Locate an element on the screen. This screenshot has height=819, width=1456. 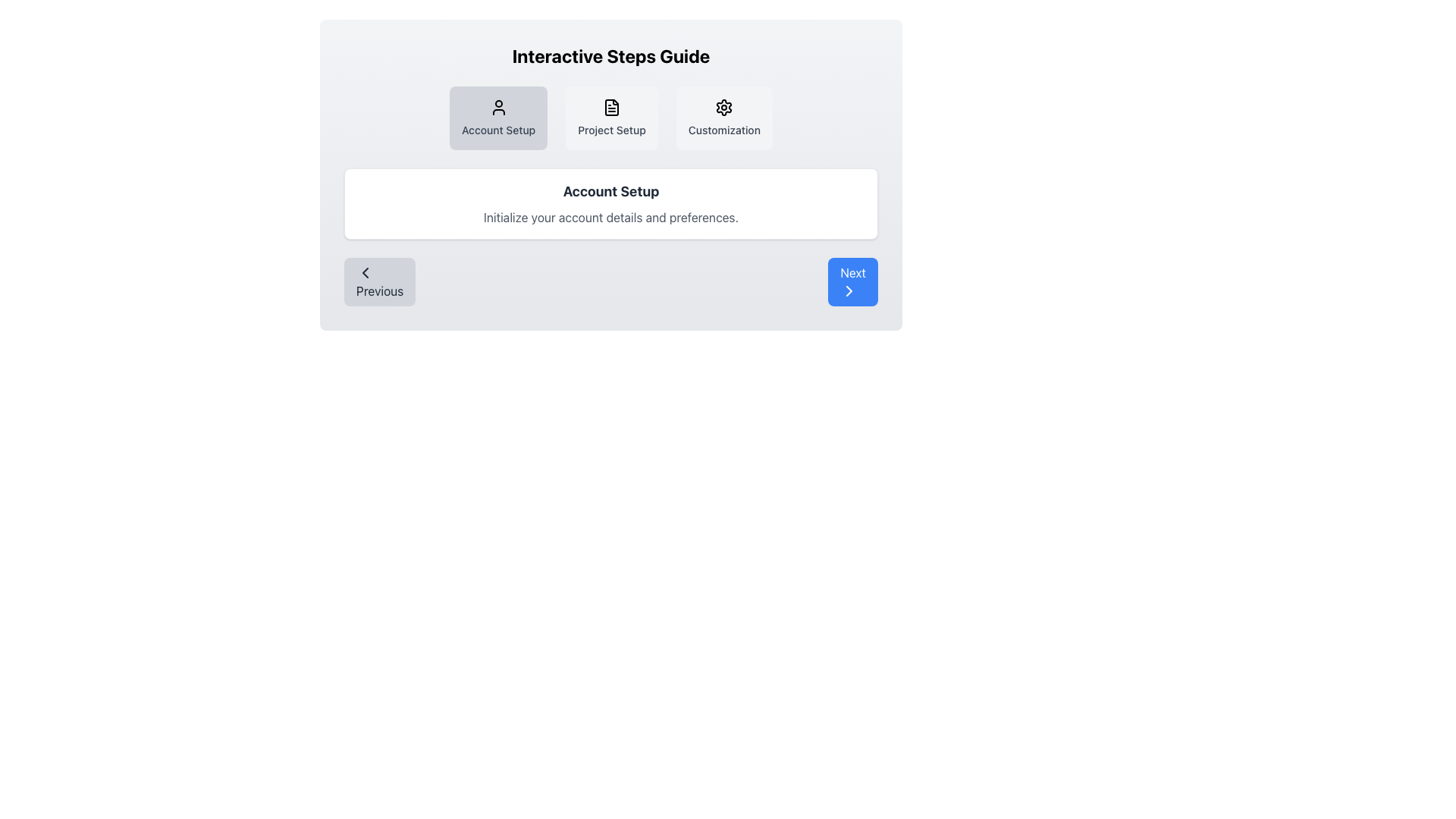
the 'Previous' button which is a light gray rounded button with a left-pointing chevron icon and dark gray text, located at the bottom of the step guide interface is located at coordinates (380, 281).